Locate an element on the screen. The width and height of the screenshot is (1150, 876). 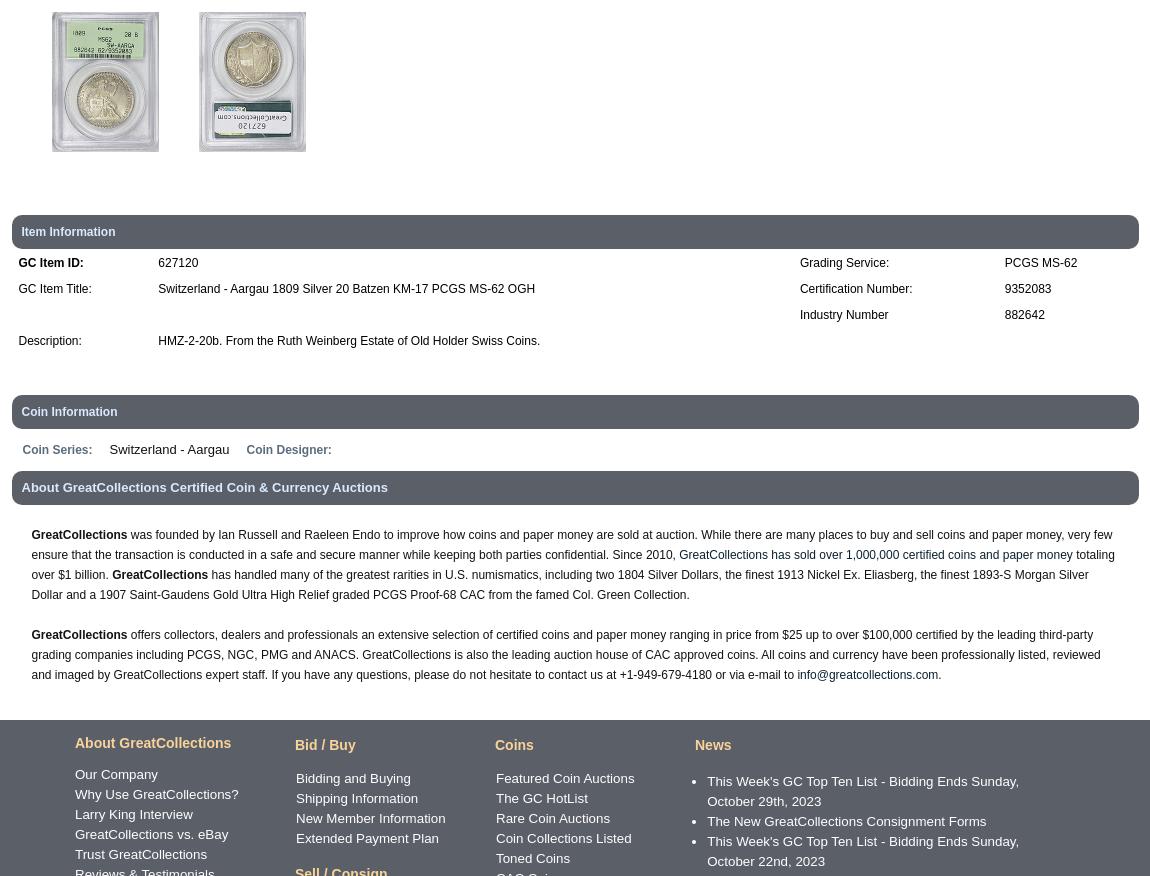
'info@greatcollections.com' is located at coordinates (867, 673).